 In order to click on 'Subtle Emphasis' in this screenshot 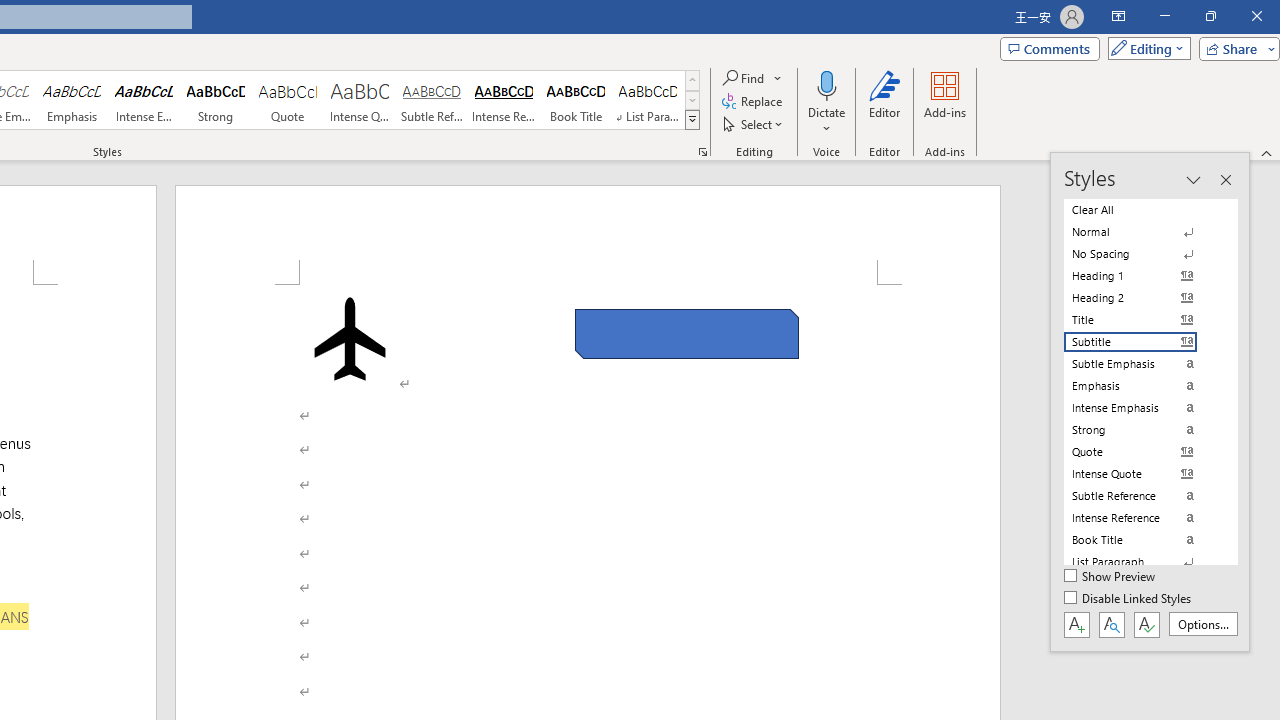, I will do `click(1142, 363)`.